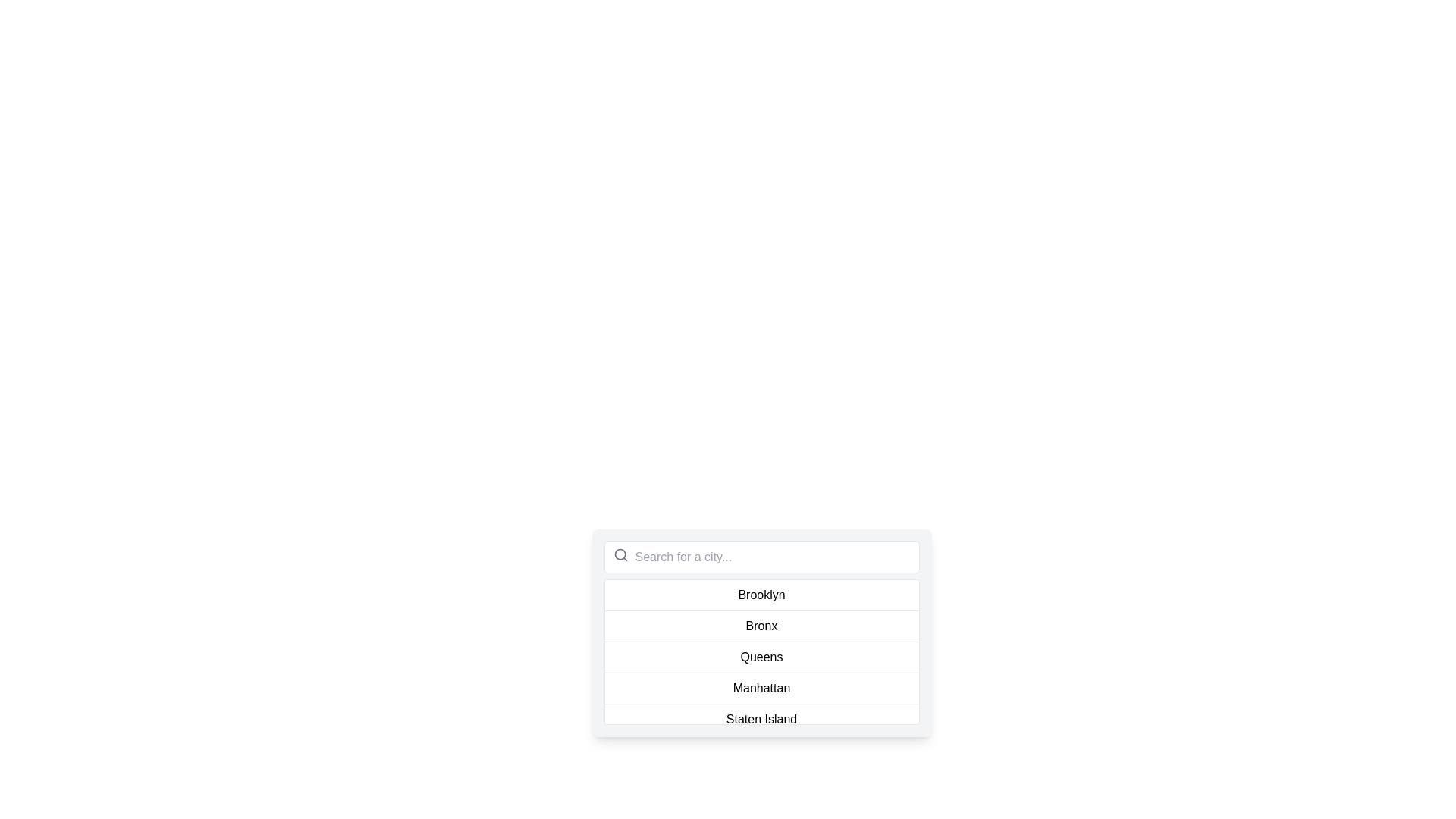  Describe the element at coordinates (761, 656) in the screenshot. I see `the text label displaying 'Queens'` at that location.